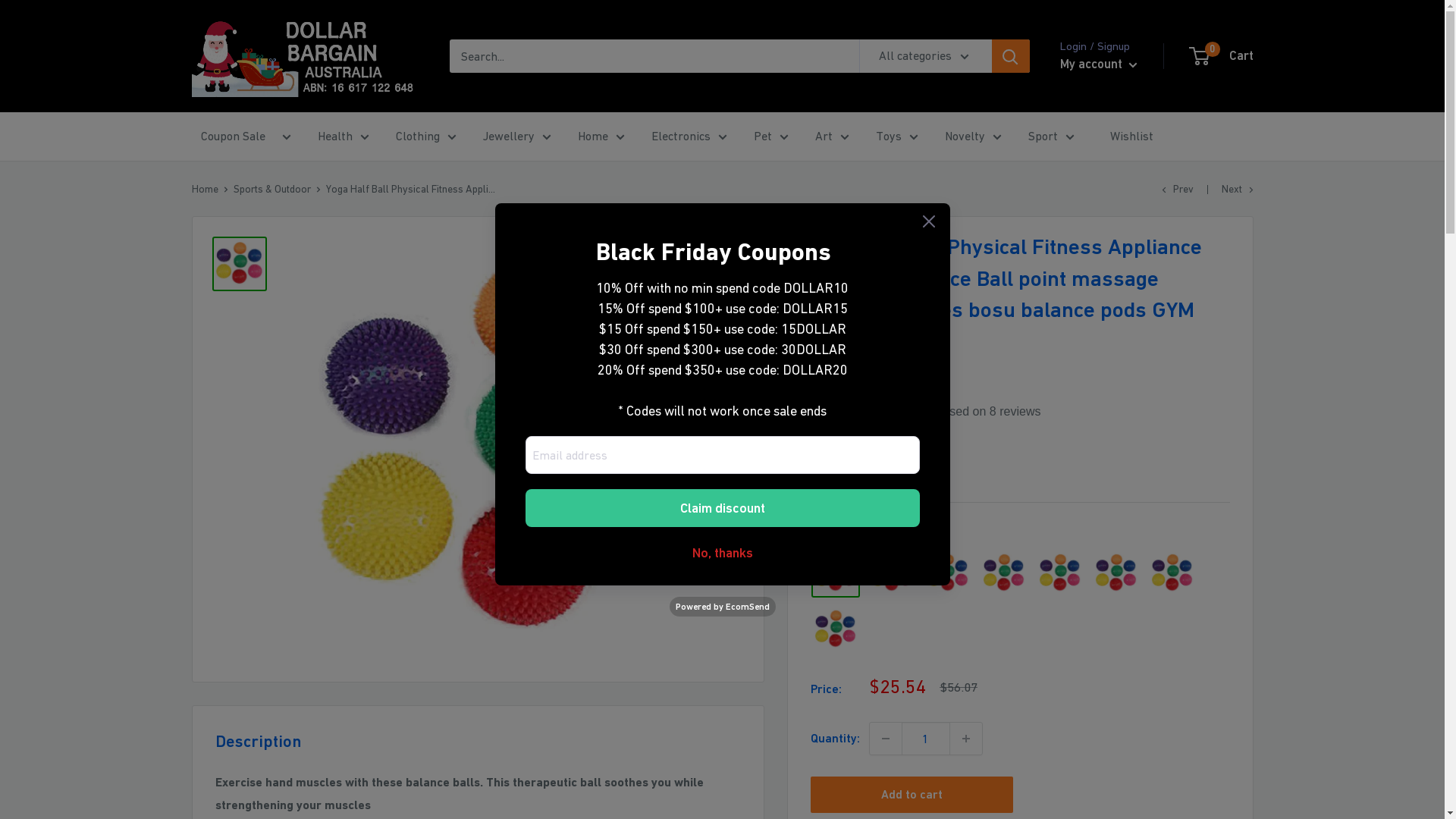 The width and height of the screenshot is (1456, 819). What do you see at coordinates (1050, 136) in the screenshot?
I see `'Sport'` at bounding box center [1050, 136].